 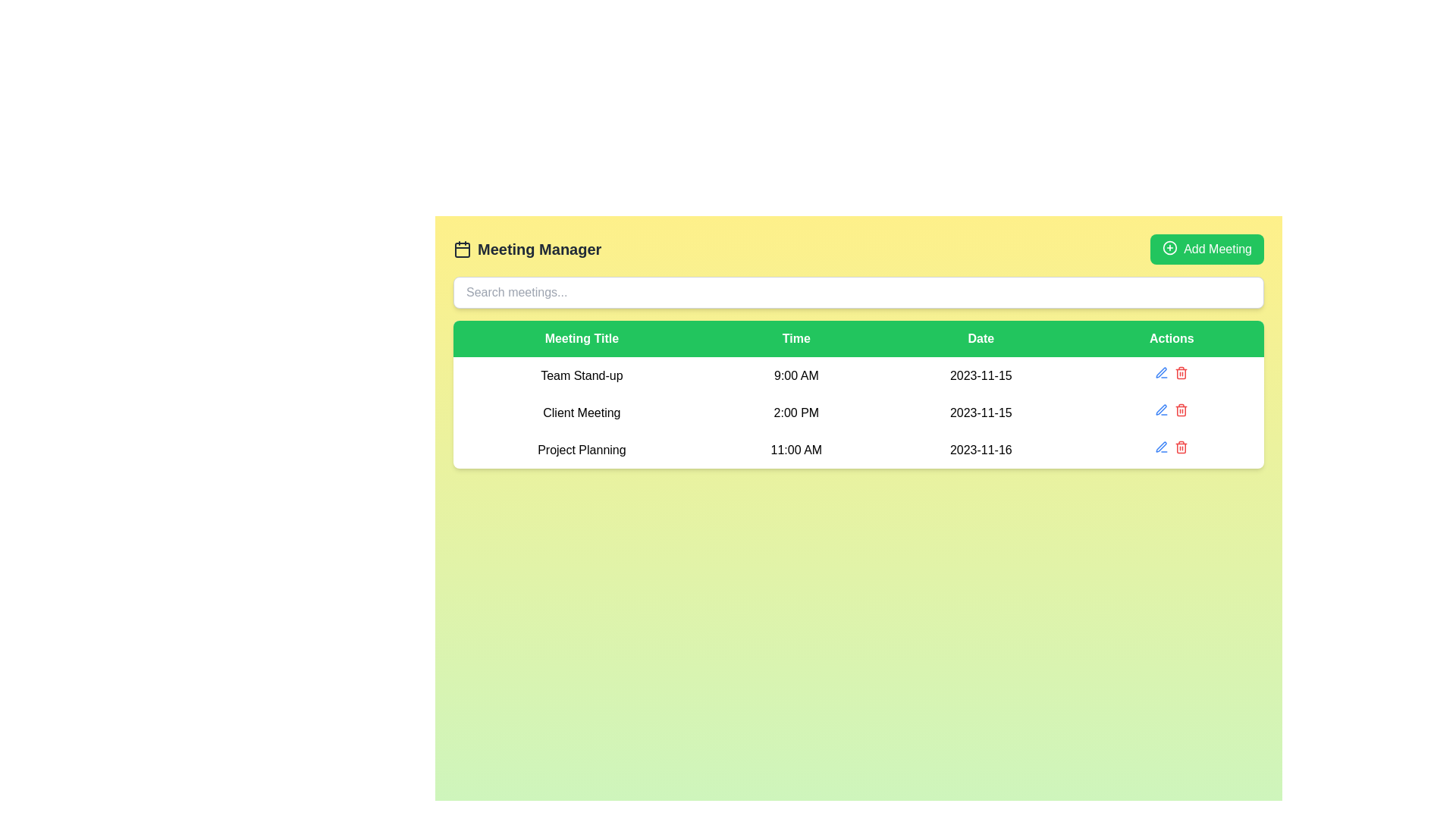 What do you see at coordinates (1169, 247) in the screenshot?
I see `the icon located to the left of the 'Add Meeting' text within the green button in the top-right corner of the interface` at bounding box center [1169, 247].